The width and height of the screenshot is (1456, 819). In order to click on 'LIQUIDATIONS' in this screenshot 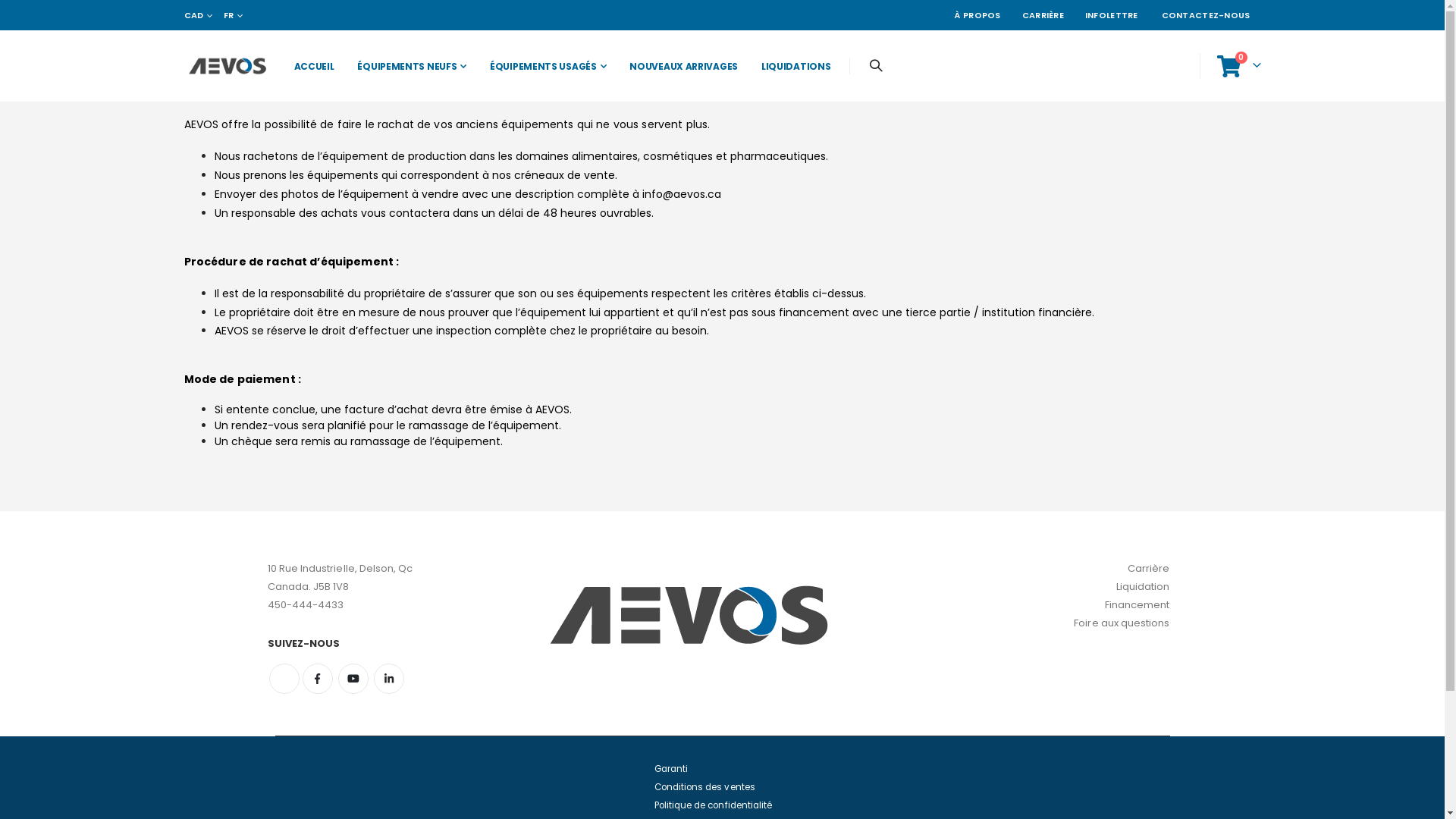, I will do `click(745, 65)`.